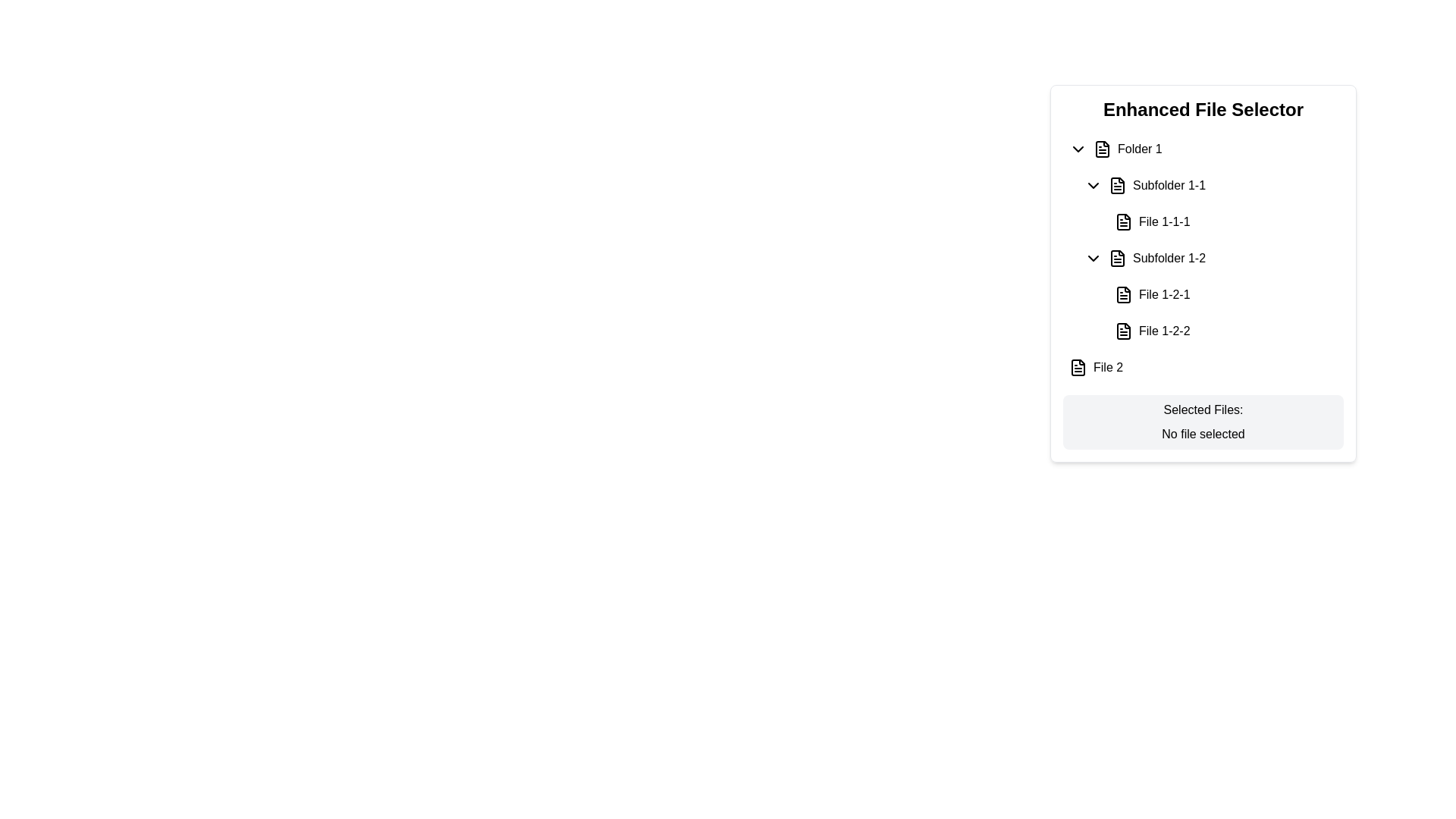 The height and width of the screenshot is (819, 1456). I want to click on the List item representing the file element labeled 'File 2' to trigger hover effects, so click(1203, 368).